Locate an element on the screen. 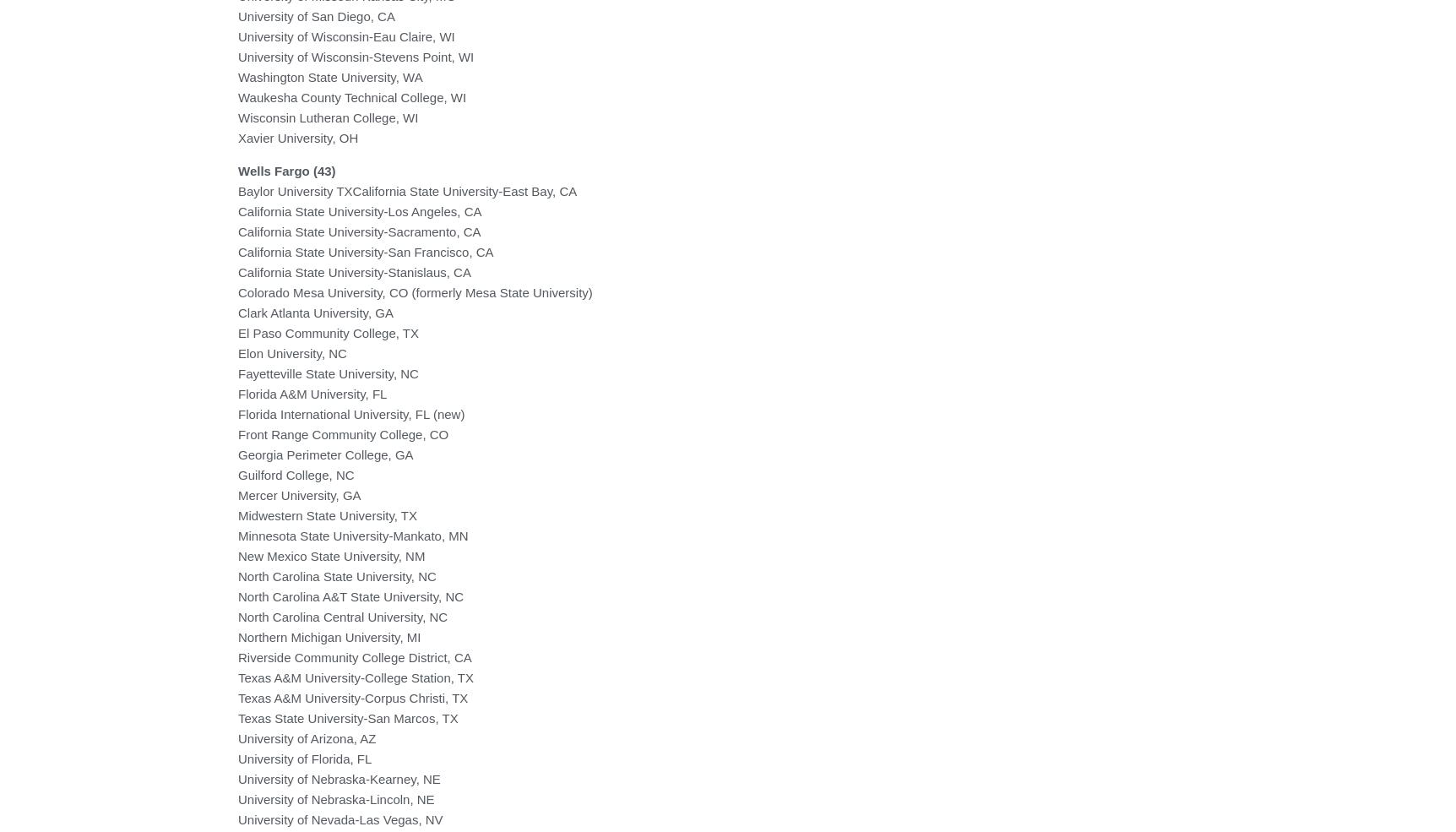 The height and width of the screenshot is (832, 1456). 'Fayetteville State University, NC' is located at coordinates (327, 372).